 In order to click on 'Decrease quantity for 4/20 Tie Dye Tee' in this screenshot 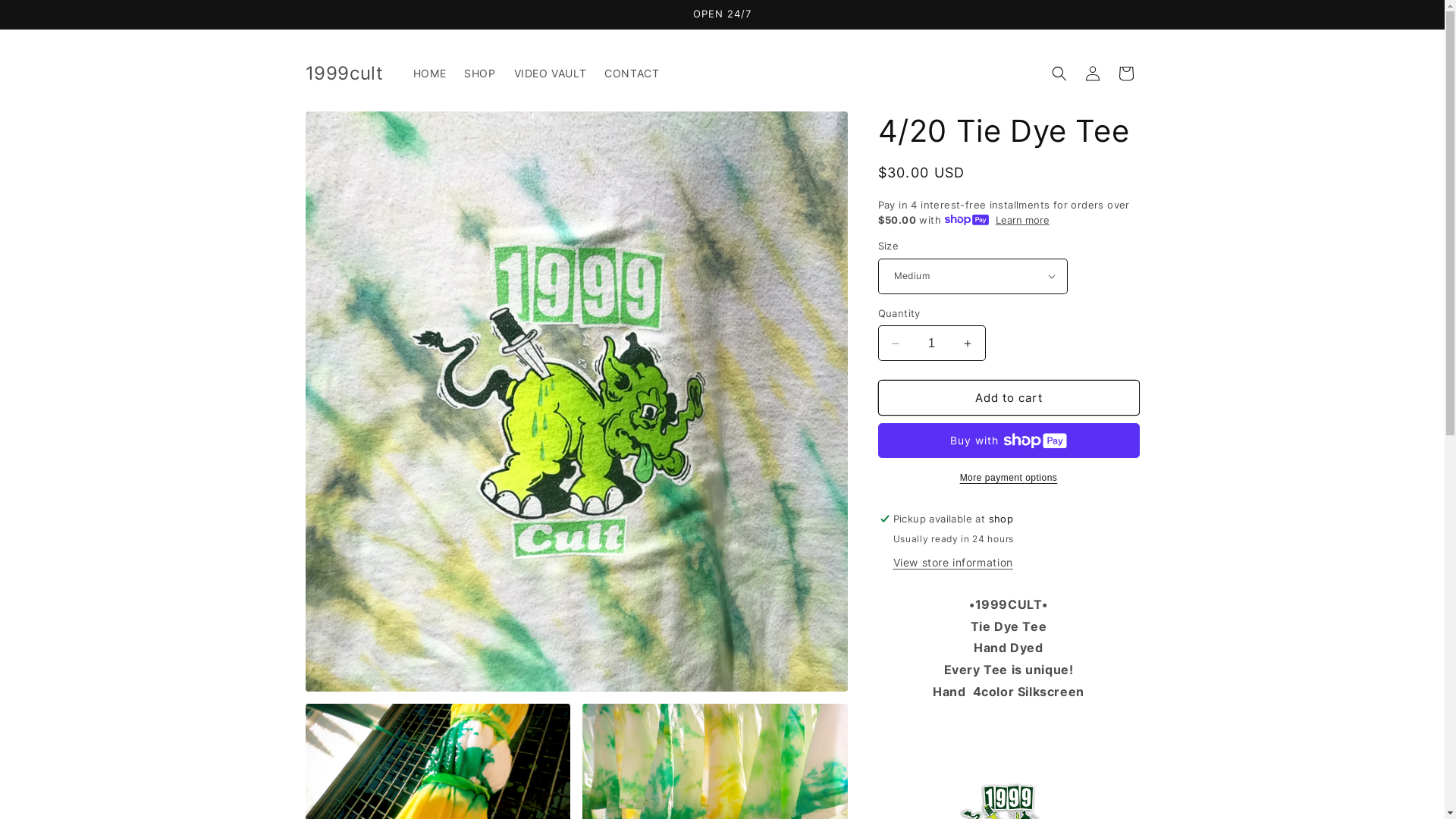, I will do `click(895, 343)`.